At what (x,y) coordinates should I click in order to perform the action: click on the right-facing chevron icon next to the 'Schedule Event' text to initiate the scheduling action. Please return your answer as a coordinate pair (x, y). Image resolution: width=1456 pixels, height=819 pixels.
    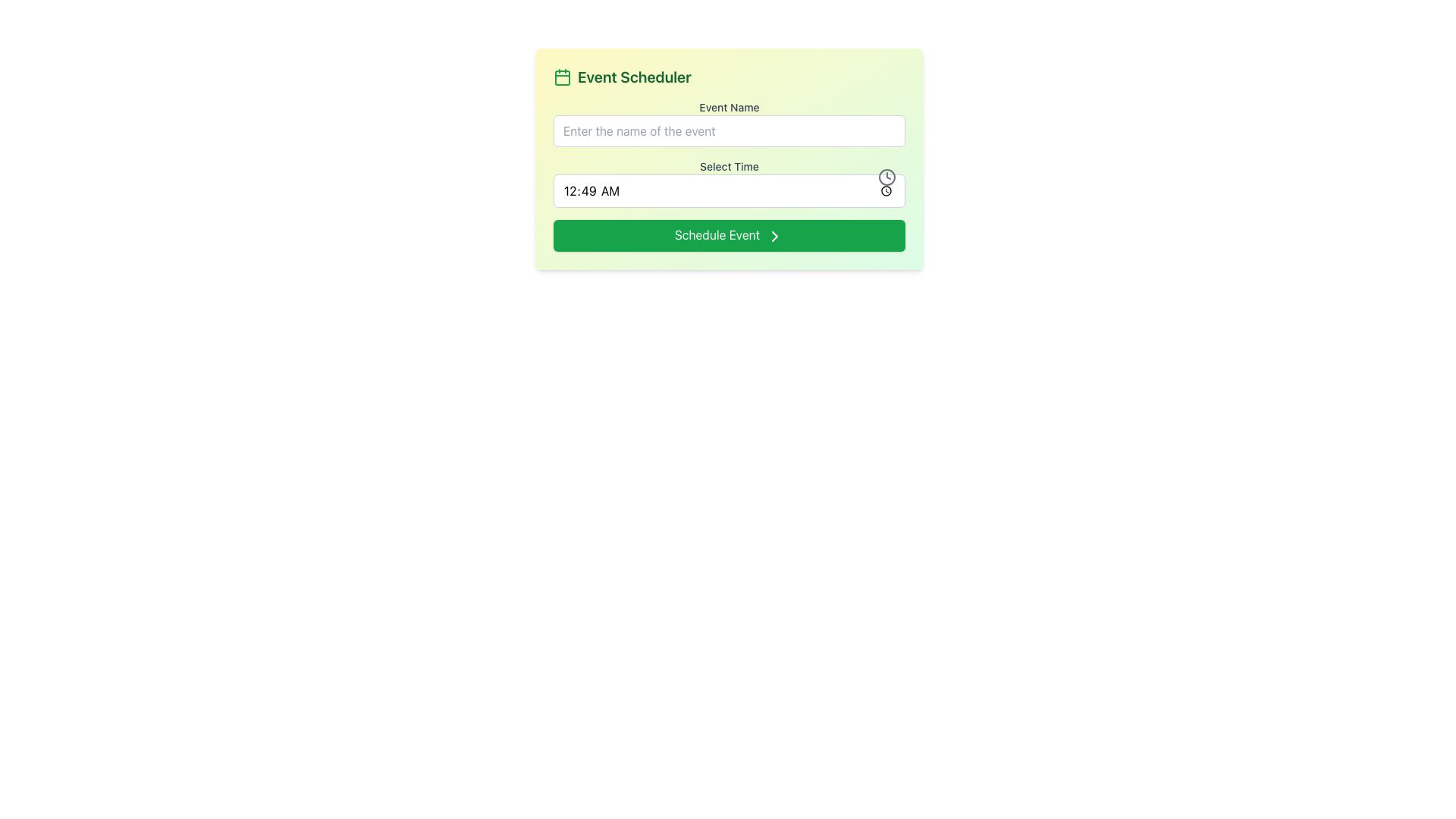
    Looking at the image, I should click on (775, 236).